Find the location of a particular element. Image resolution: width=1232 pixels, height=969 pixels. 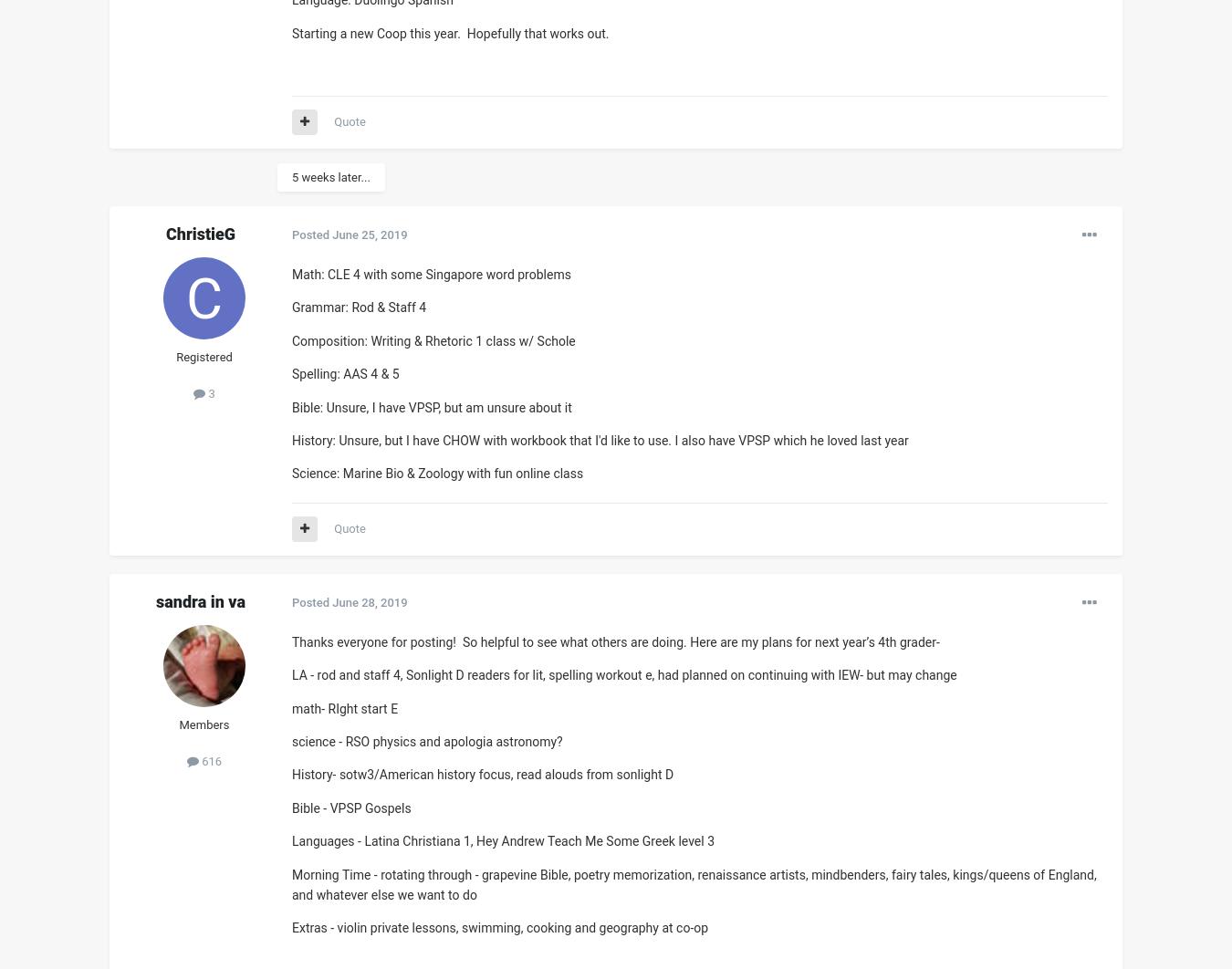

'ChristieG' is located at coordinates (165, 234).